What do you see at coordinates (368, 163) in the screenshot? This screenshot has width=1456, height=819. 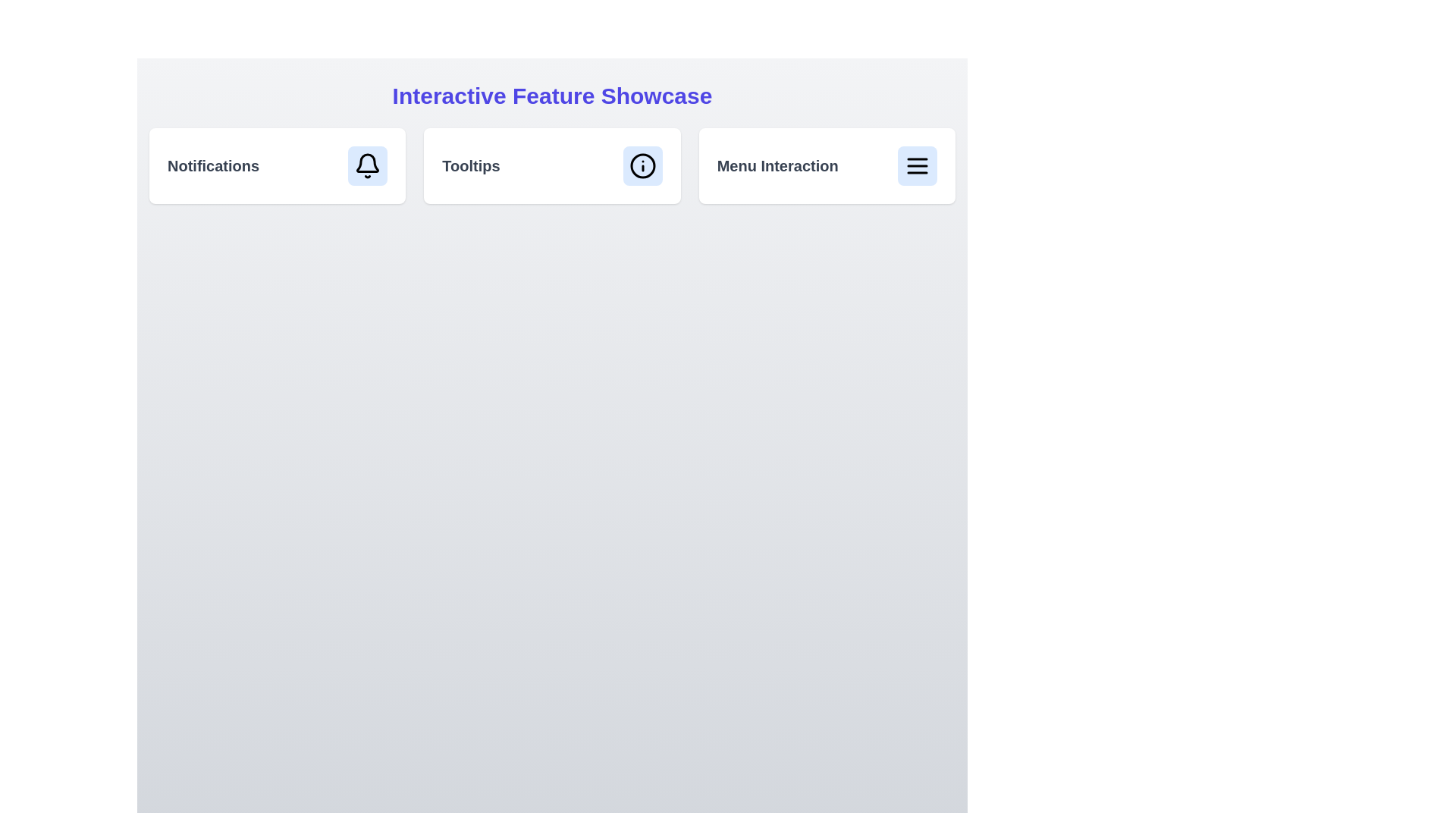 I see `the bell icon within the 'Notifications' button to trigger the tooltip or hover effect` at bounding box center [368, 163].